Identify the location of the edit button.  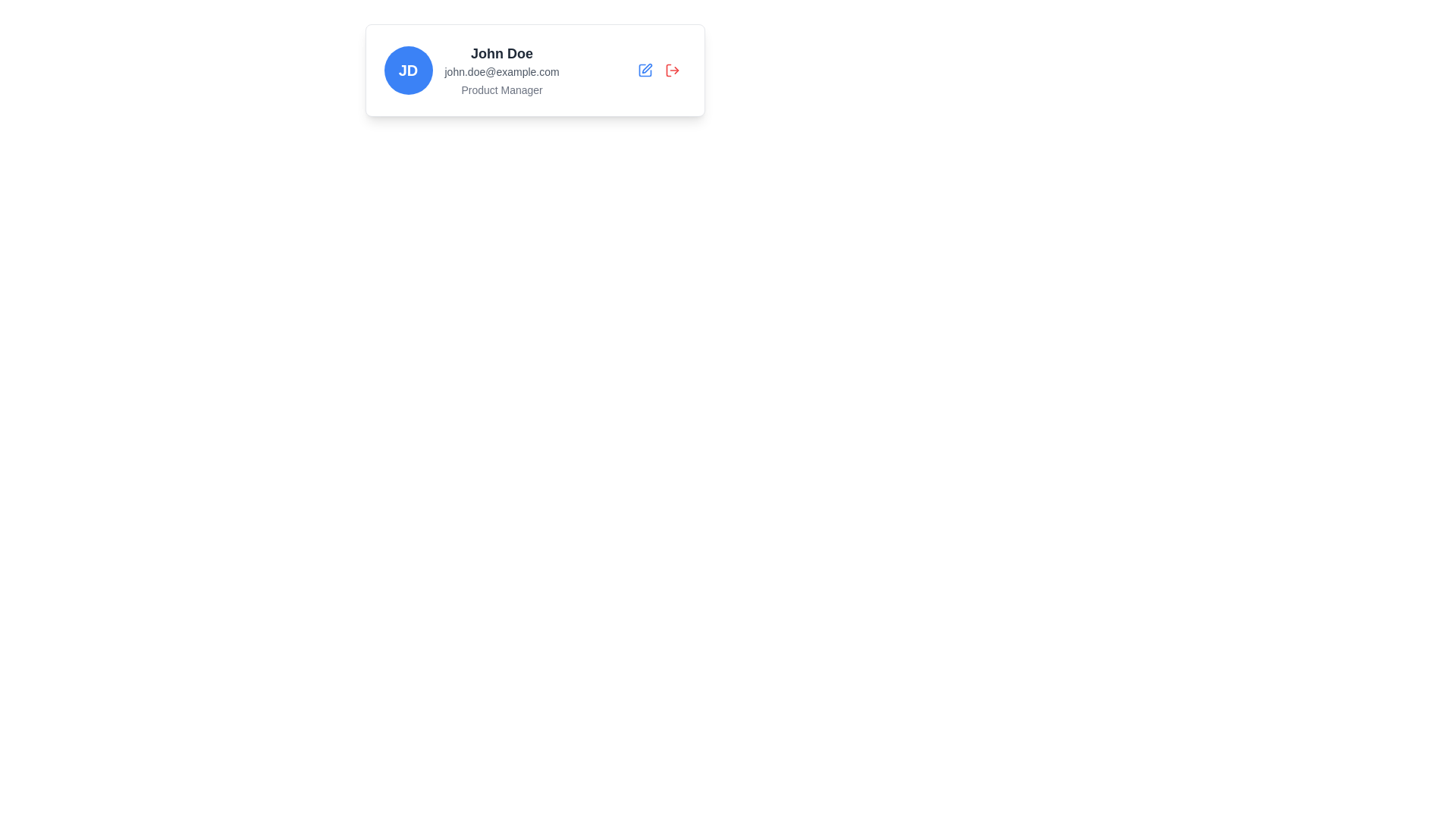
(645, 70).